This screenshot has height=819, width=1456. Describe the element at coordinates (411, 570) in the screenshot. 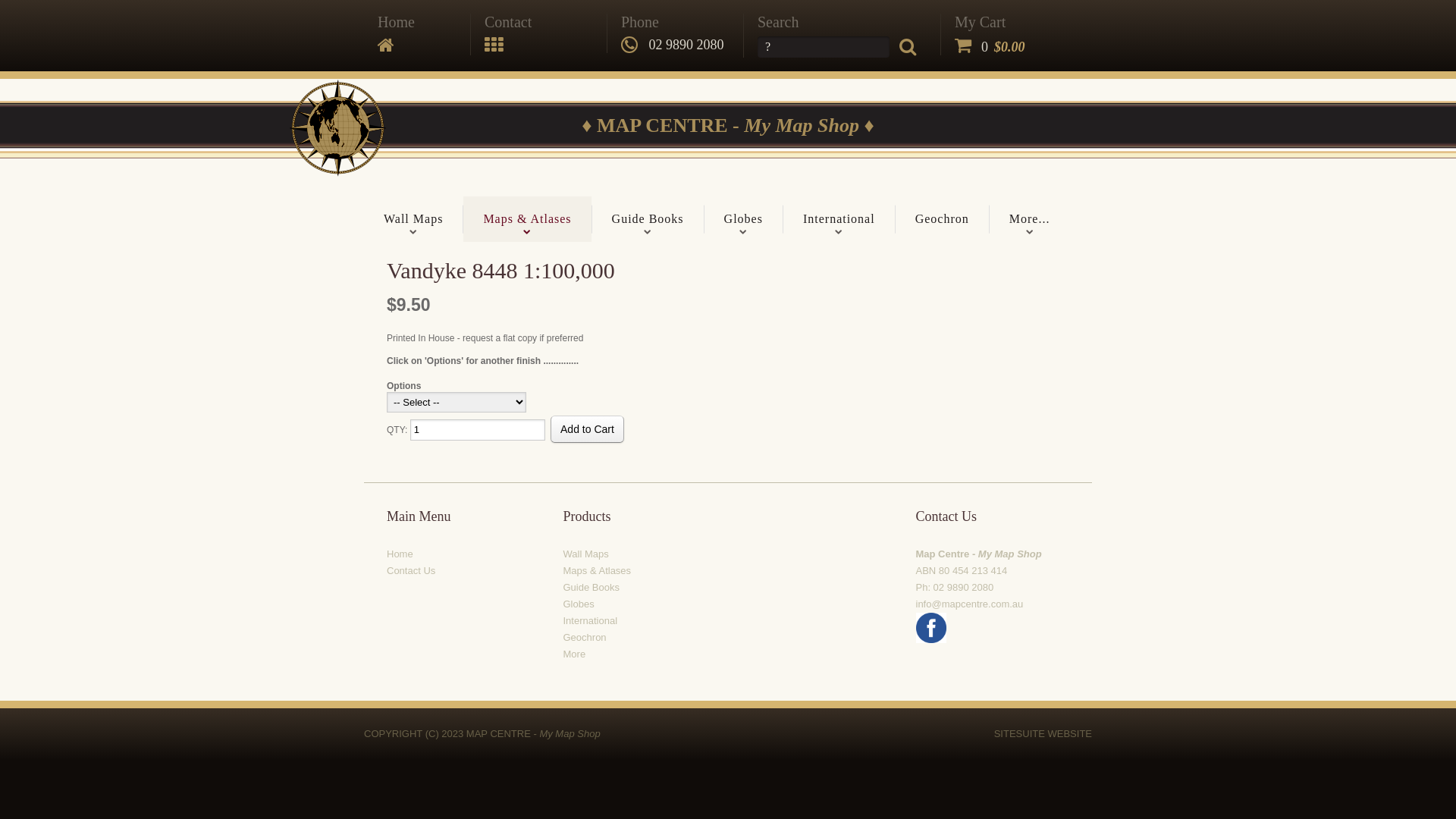

I see `'Contact Us'` at that location.